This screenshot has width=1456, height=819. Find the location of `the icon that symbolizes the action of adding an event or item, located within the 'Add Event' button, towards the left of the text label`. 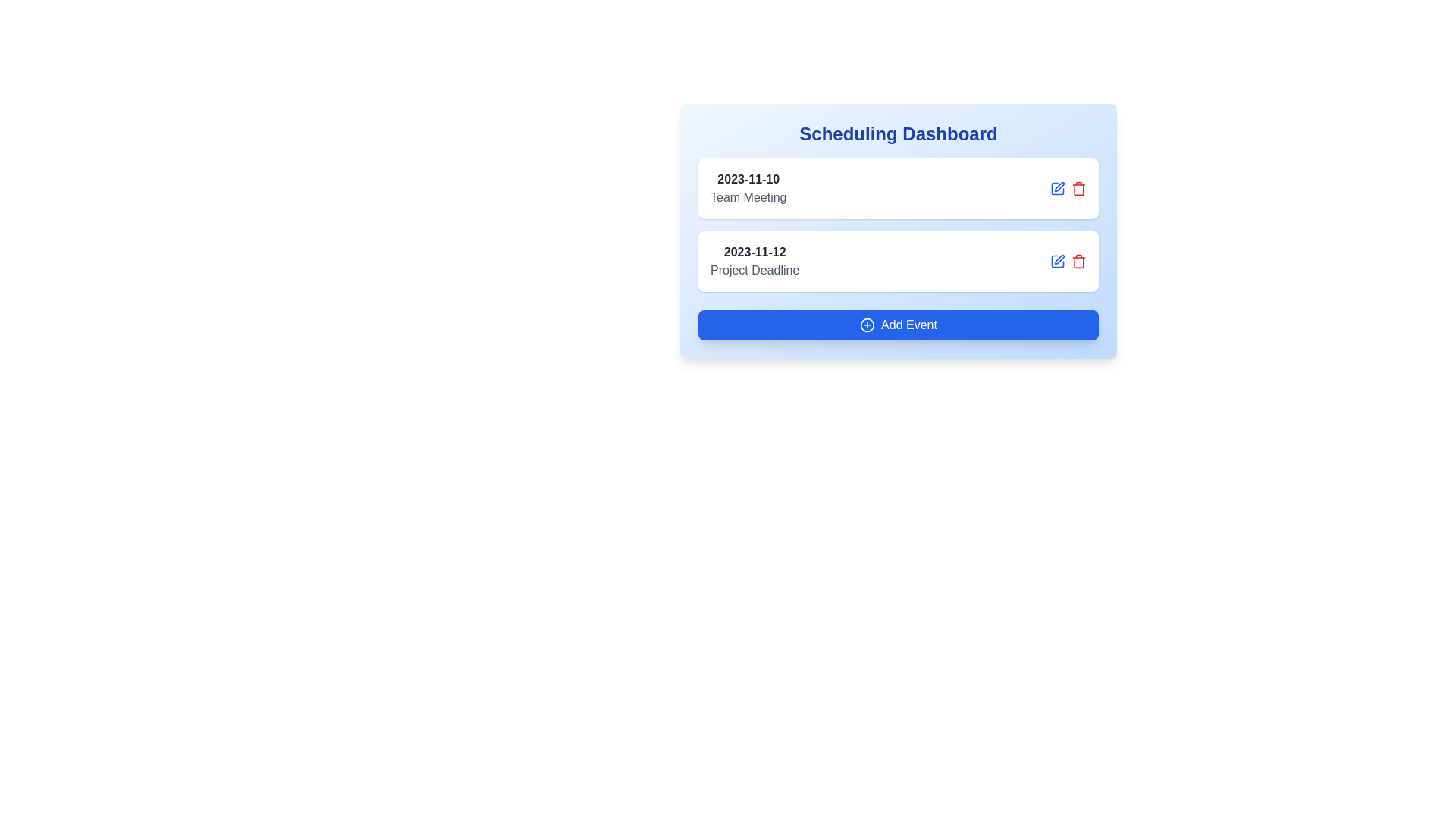

the icon that symbolizes the action of adding an event or item, located within the 'Add Event' button, towards the left of the text label is located at coordinates (868, 324).